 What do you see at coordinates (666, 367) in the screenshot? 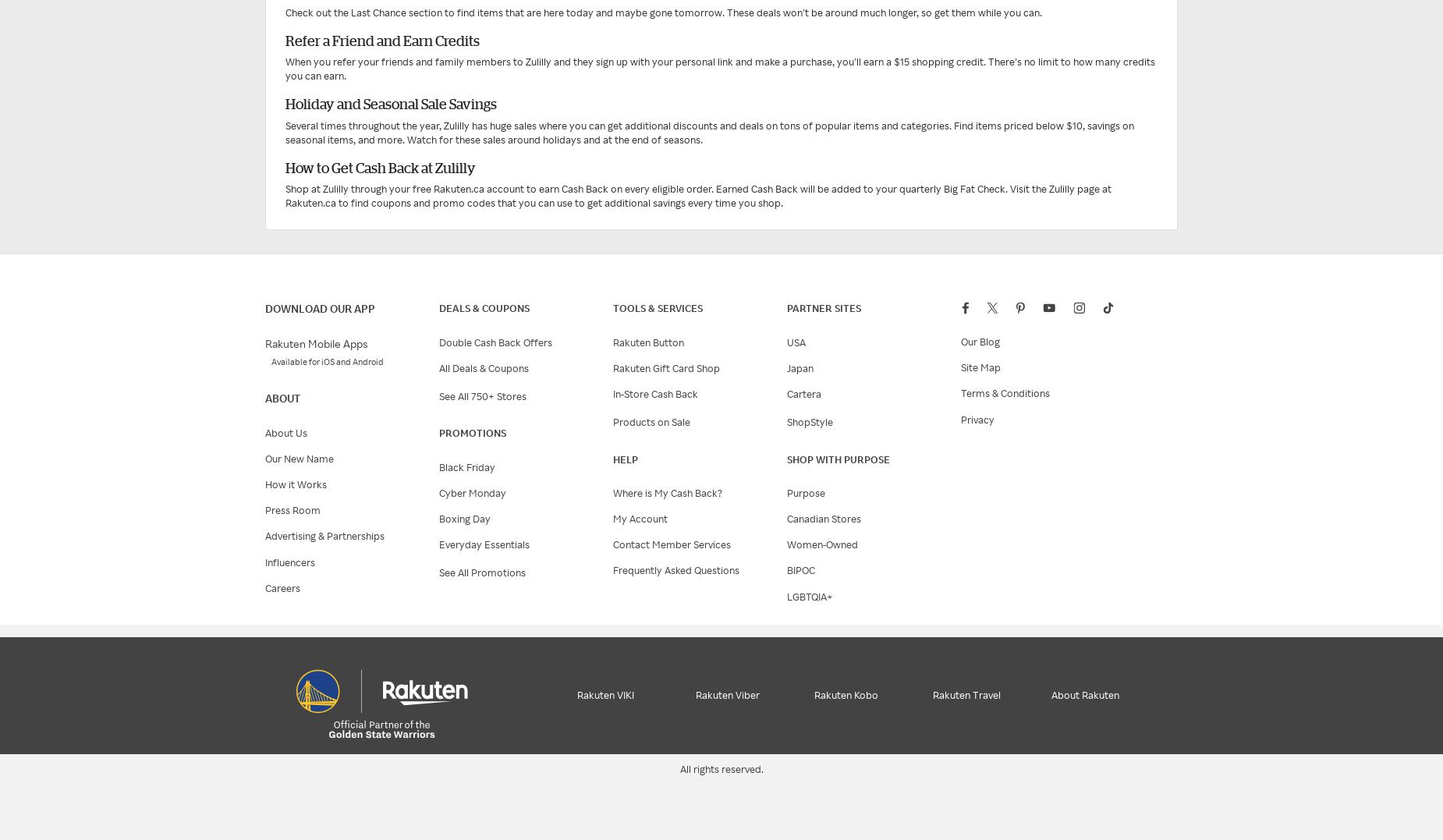
I see `'Rakuten Gift Card Shop'` at bounding box center [666, 367].